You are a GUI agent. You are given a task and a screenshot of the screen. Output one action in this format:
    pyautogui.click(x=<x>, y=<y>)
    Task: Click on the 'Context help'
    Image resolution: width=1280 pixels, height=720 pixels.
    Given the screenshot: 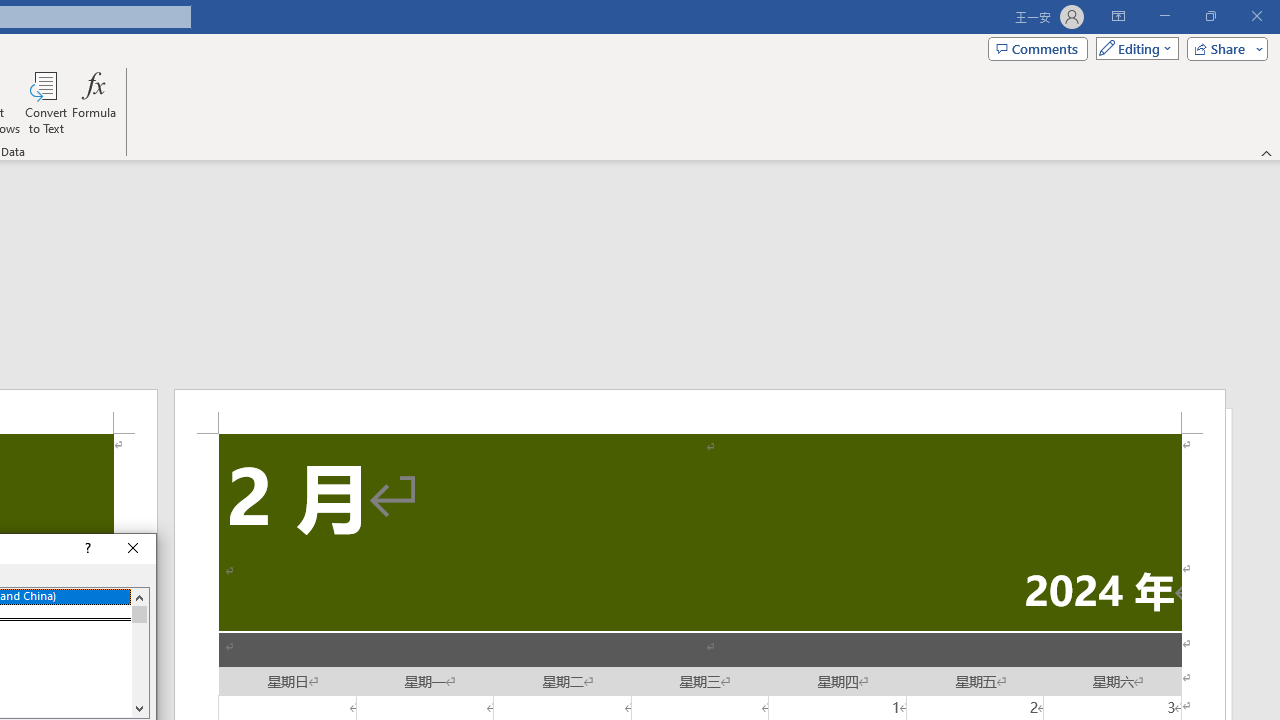 What is the action you would take?
    pyautogui.click(x=85, y=549)
    